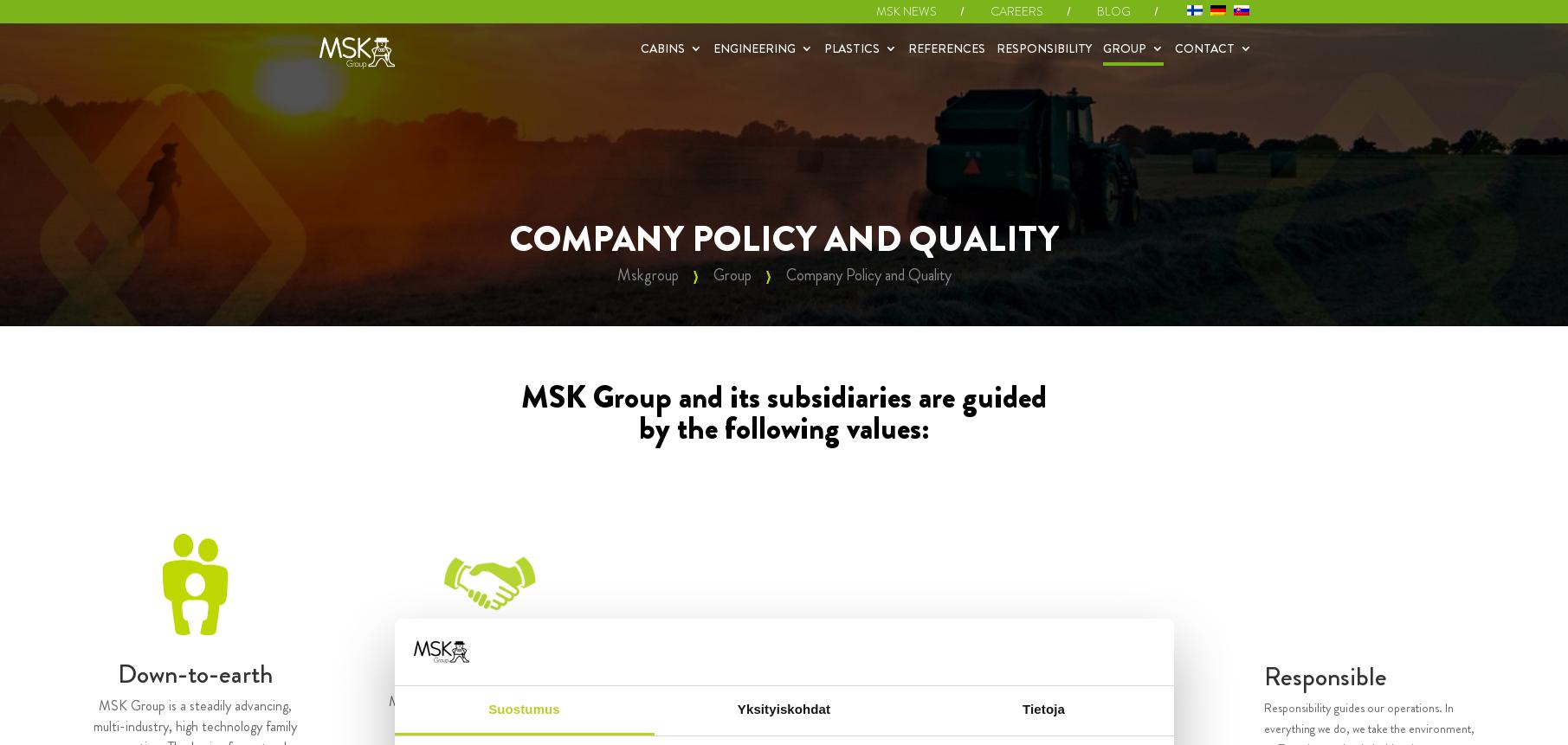 The height and width of the screenshot is (745, 1568). I want to click on 'MSK Group', so click(1244, 129).